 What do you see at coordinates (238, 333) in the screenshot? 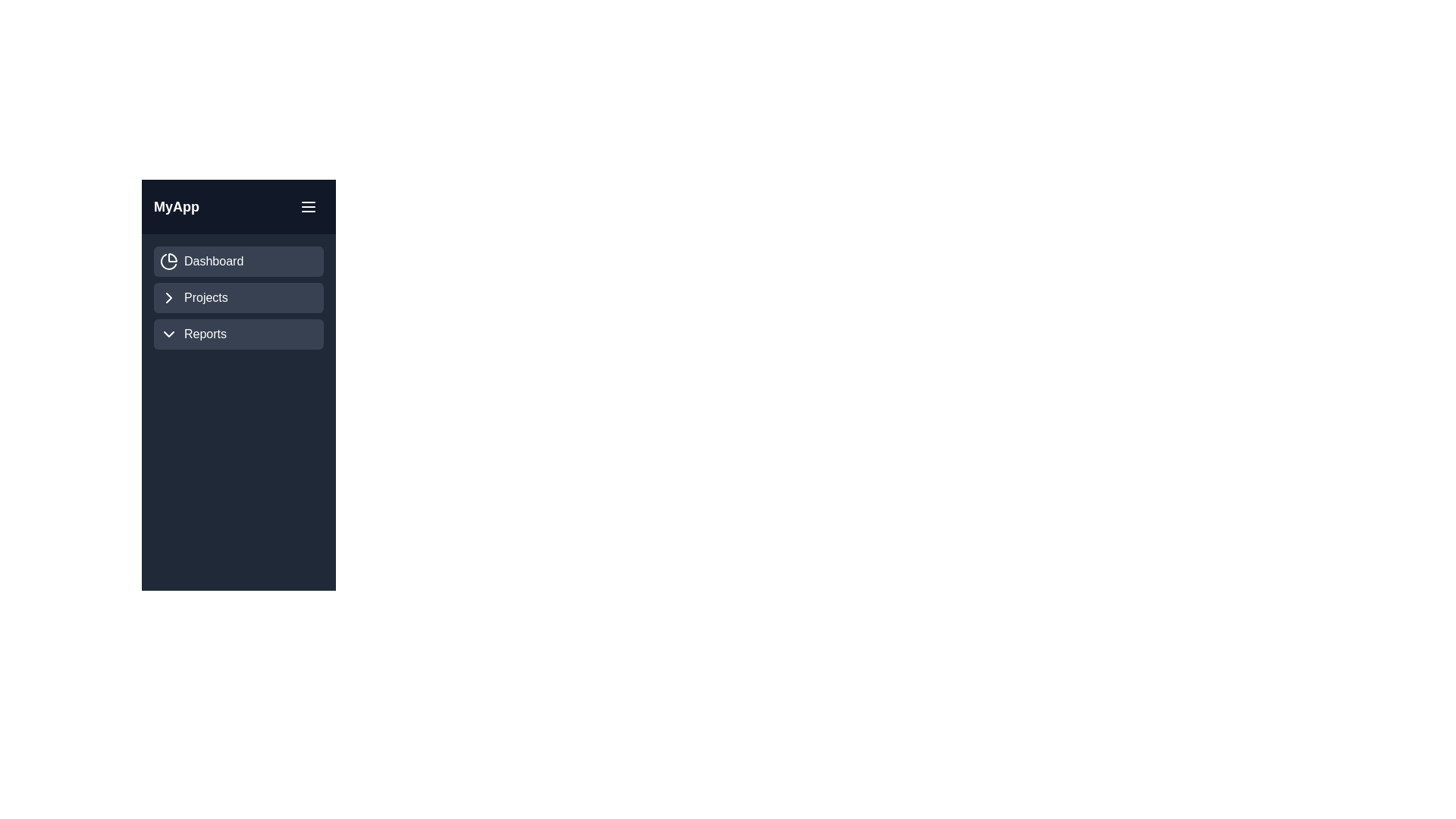
I see `the 'Reports' menu item` at bounding box center [238, 333].